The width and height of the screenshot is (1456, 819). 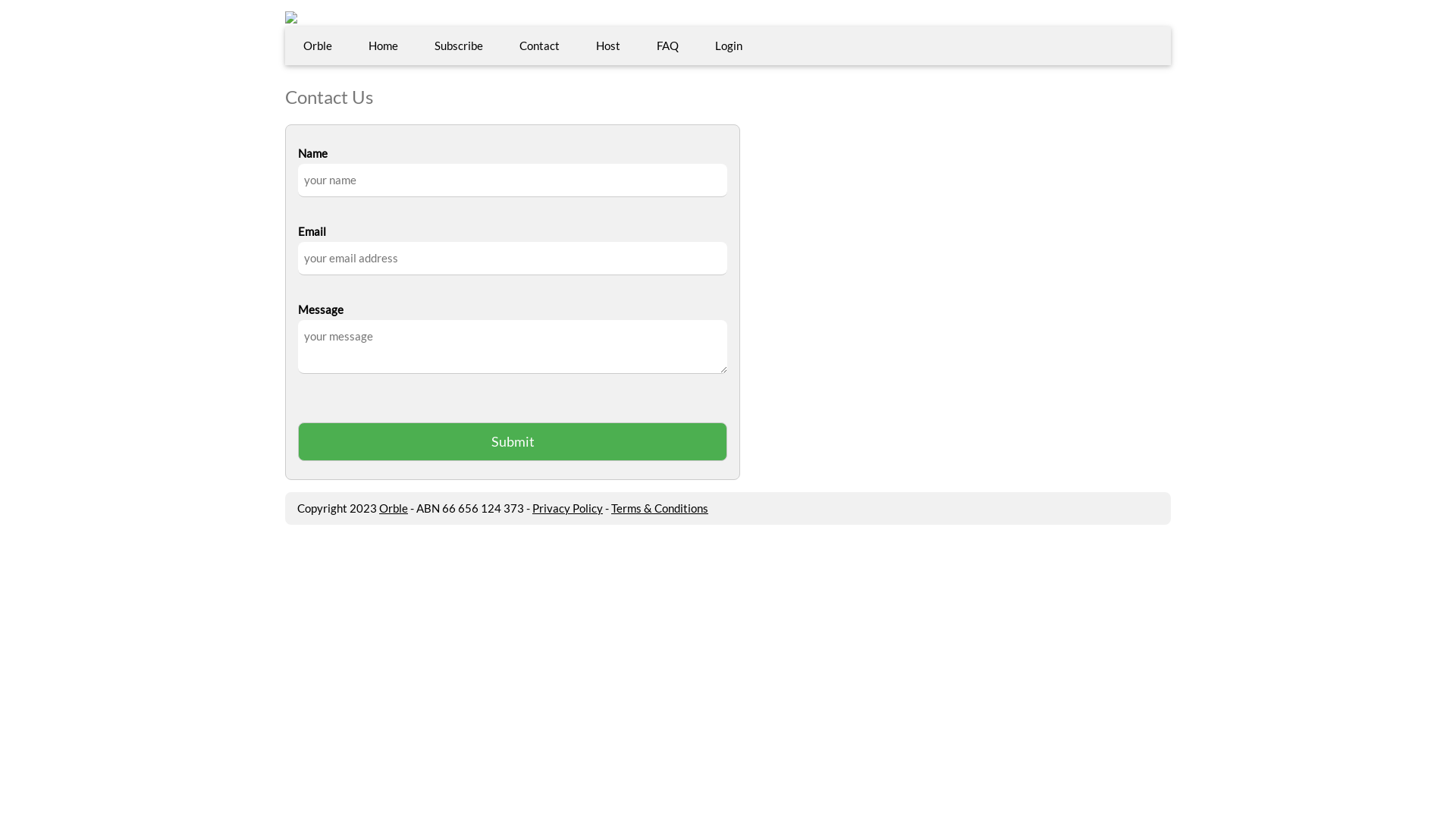 What do you see at coordinates (393, 508) in the screenshot?
I see `'Orble'` at bounding box center [393, 508].